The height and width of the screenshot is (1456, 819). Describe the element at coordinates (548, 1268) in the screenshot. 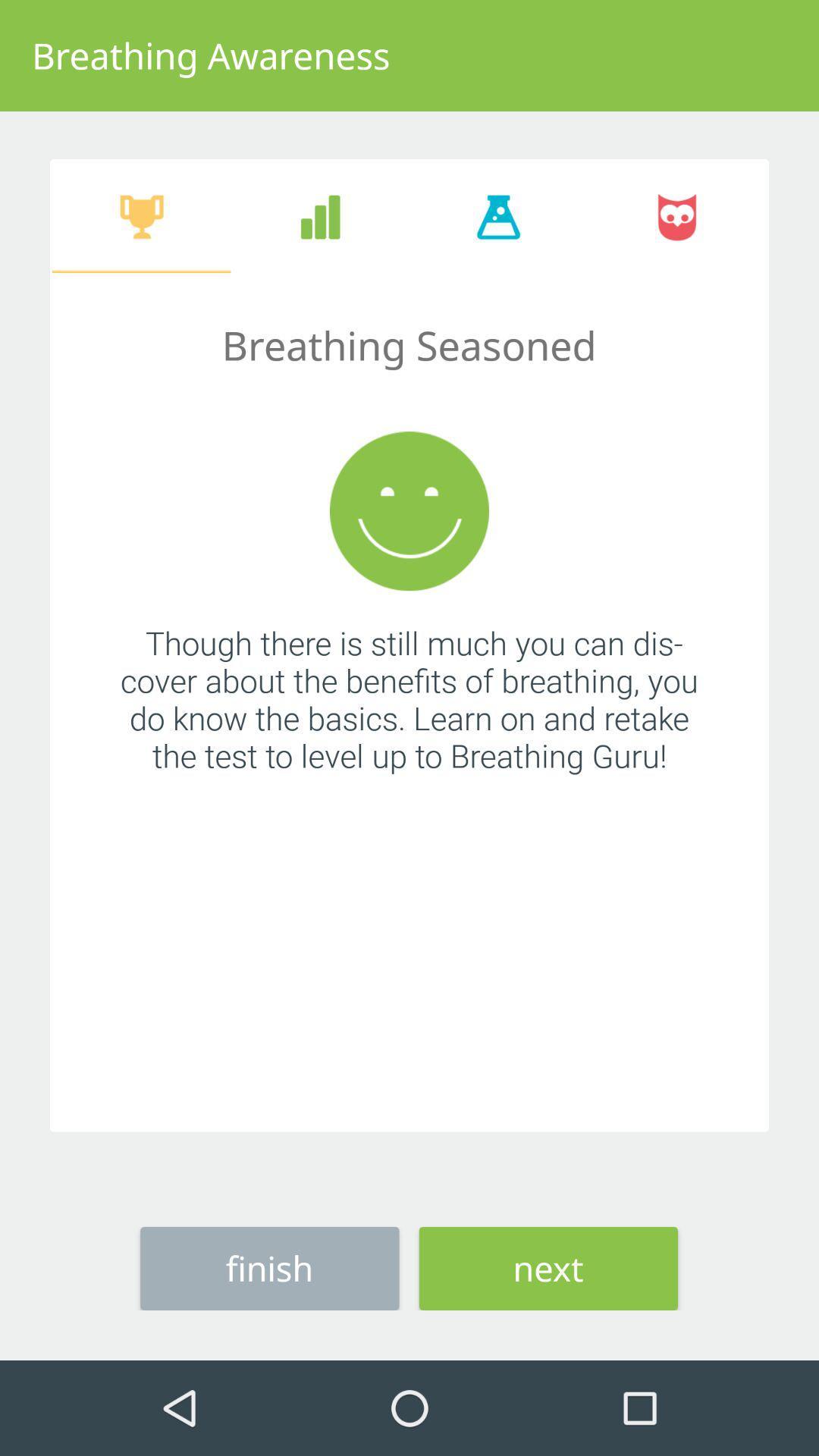

I see `button next to the finish icon` at that location.